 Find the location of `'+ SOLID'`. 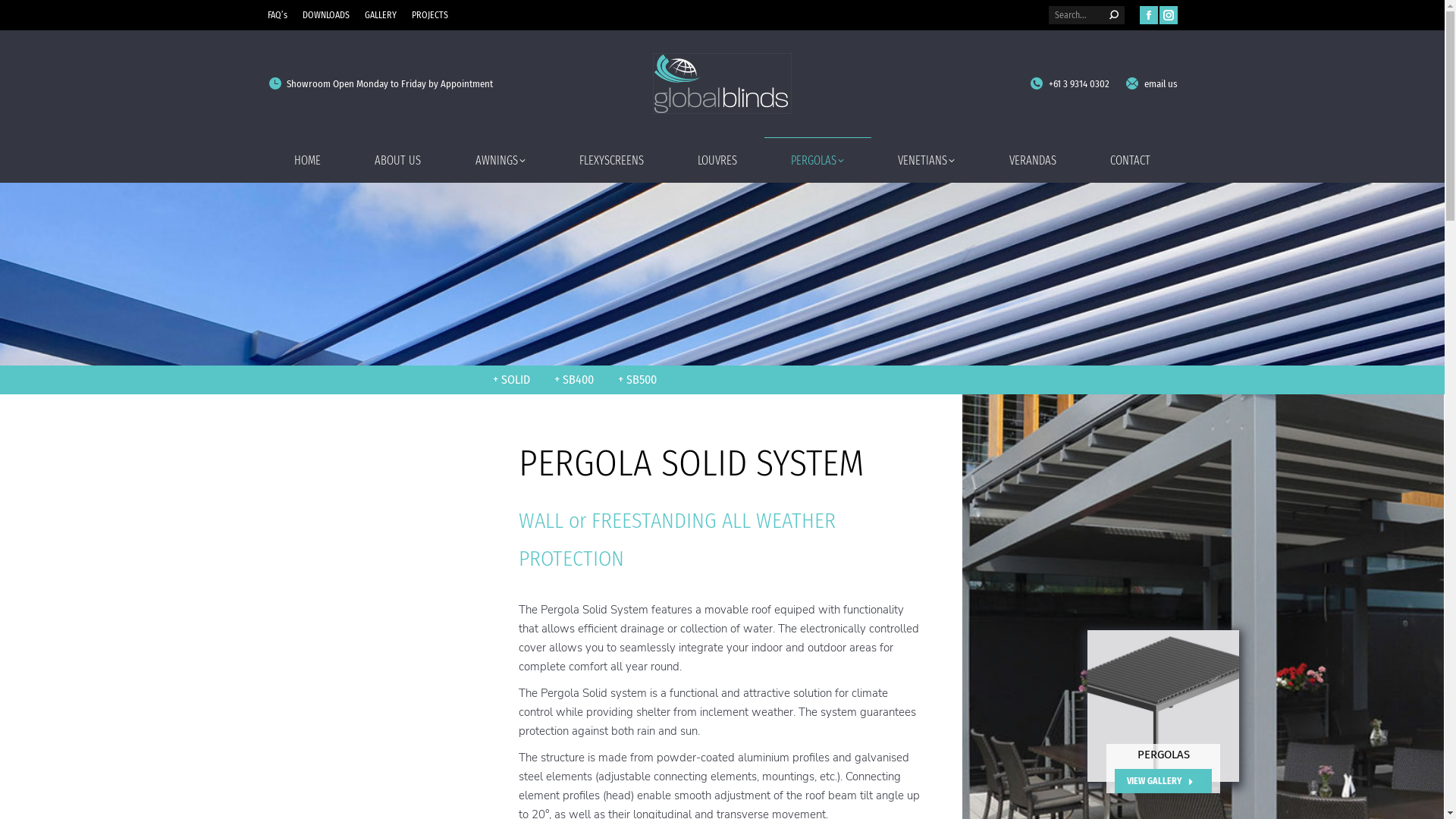

'+ SOLID' is located at coordinates (511, 379).